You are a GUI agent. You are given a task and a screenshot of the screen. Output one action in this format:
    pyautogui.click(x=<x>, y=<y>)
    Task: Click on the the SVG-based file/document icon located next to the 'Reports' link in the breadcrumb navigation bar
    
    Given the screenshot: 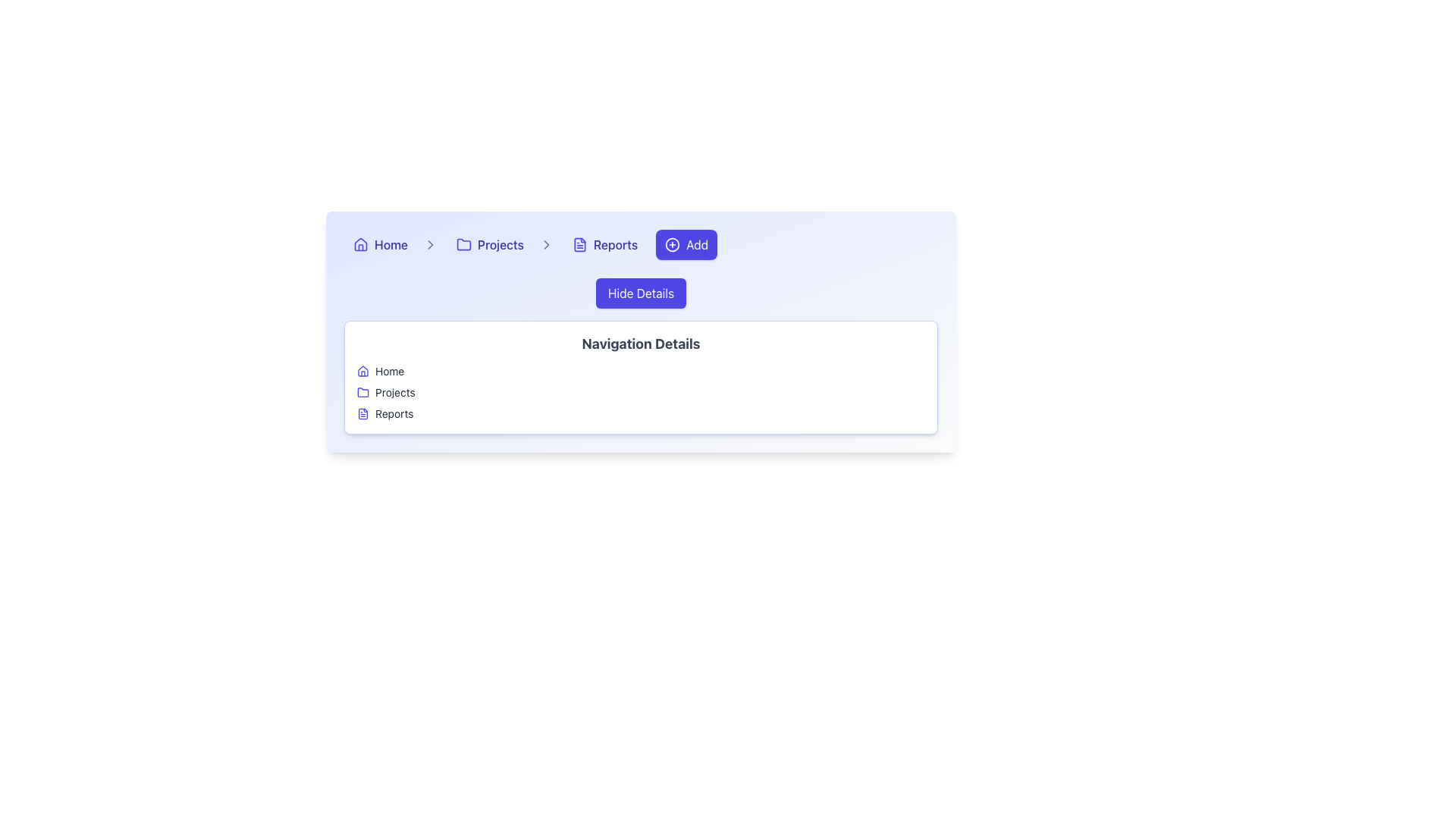 What is the action you would take?
    pyautogui.click(x=579, y=244)
    